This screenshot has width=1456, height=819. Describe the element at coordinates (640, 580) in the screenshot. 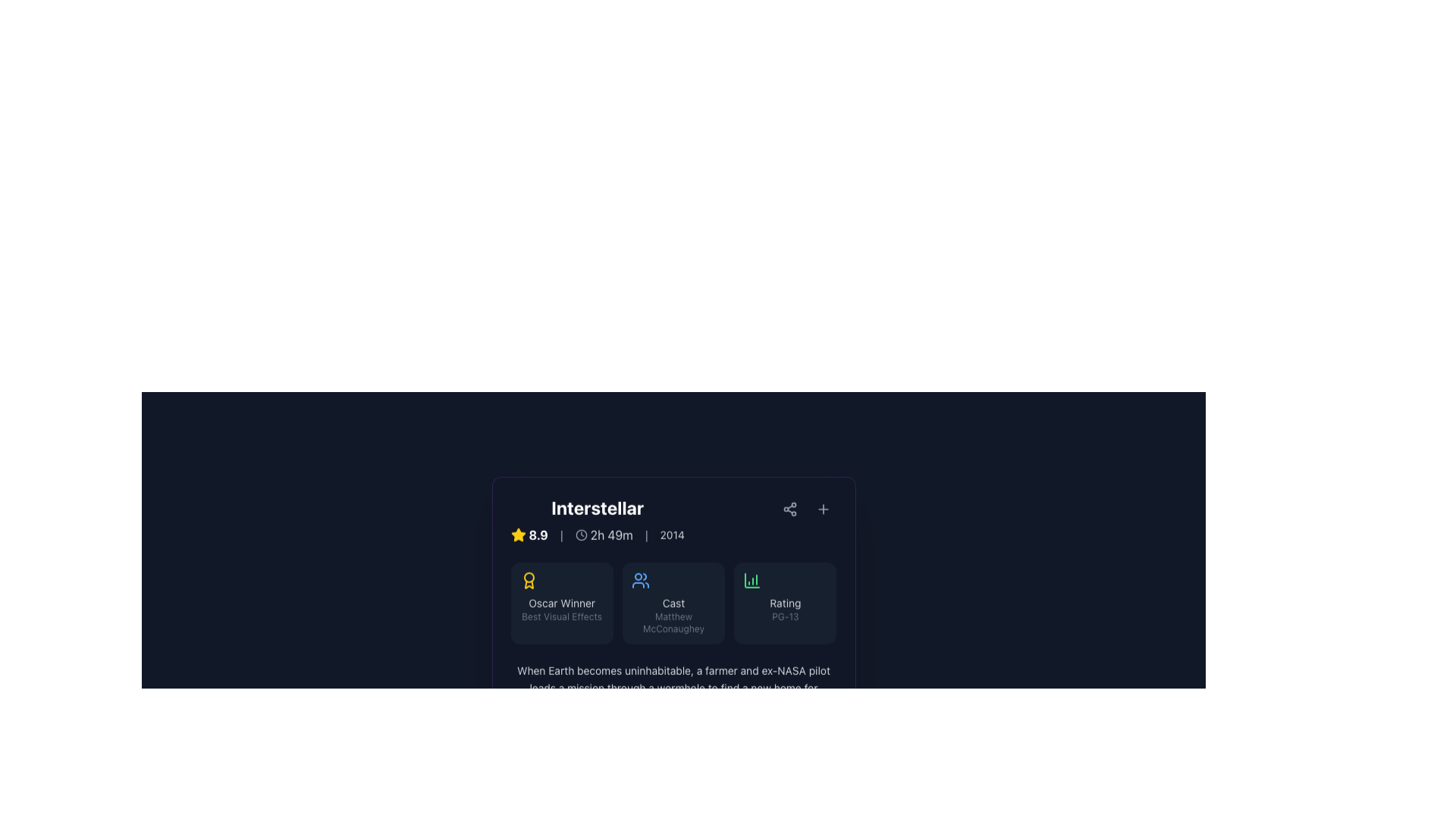

I see `the small light blue icon resembling a group of people located in the 'Cast' section, to the left of the text 'Cast'` at that location.